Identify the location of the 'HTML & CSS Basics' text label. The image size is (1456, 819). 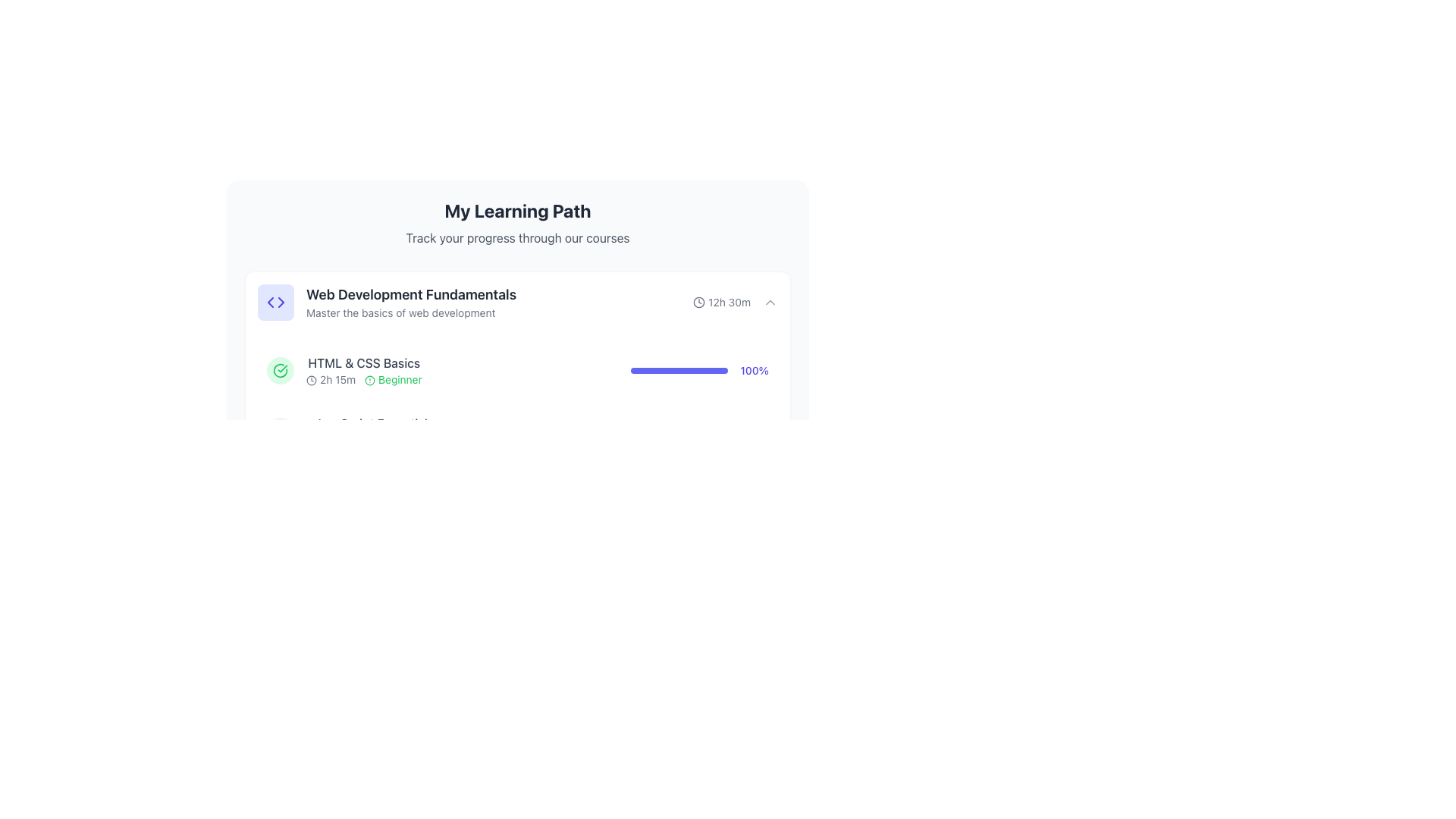
(364, 362).